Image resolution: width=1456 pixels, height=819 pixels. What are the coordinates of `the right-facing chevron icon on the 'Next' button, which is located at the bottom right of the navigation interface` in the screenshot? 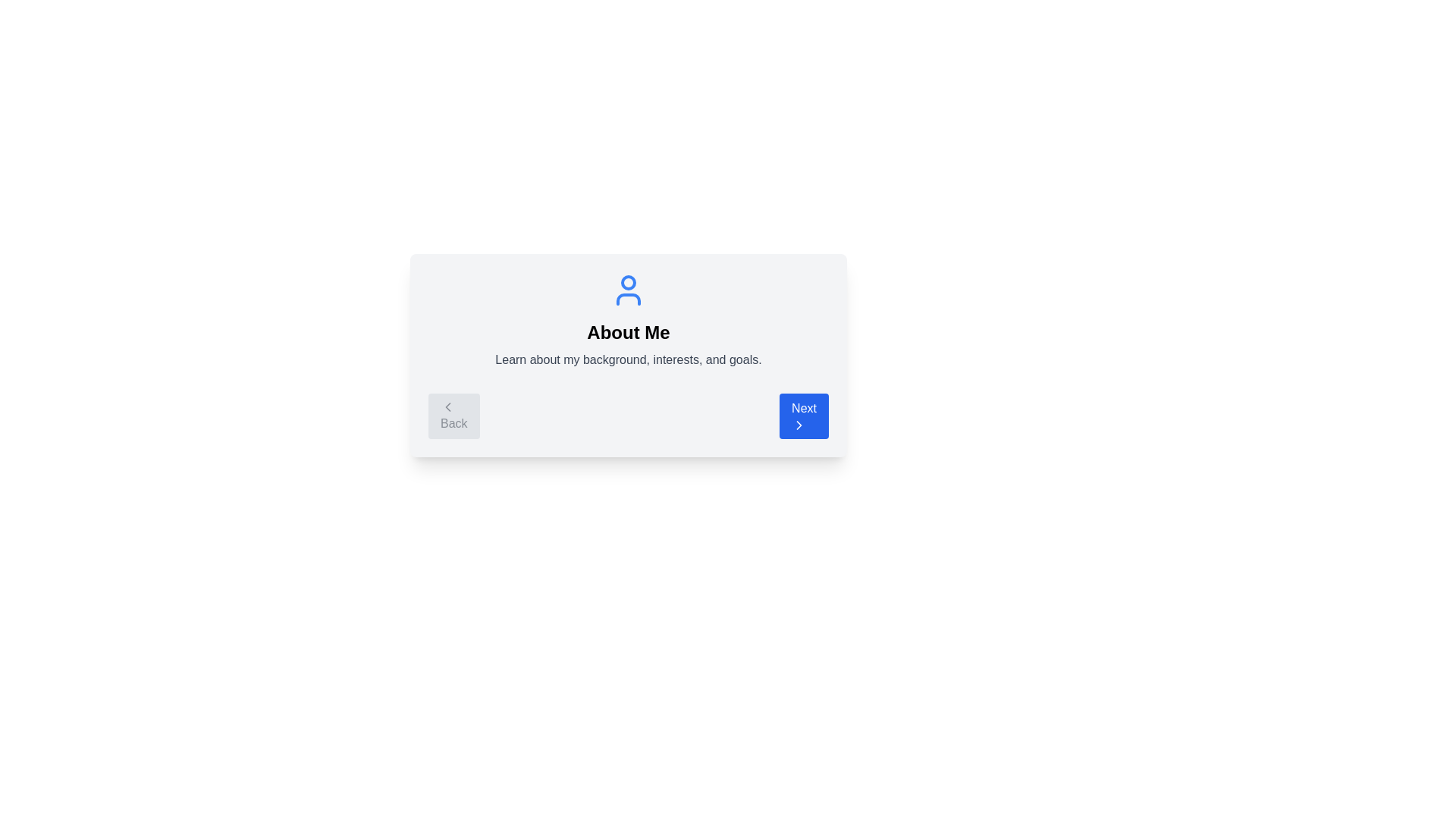 It's located at (799, 425).